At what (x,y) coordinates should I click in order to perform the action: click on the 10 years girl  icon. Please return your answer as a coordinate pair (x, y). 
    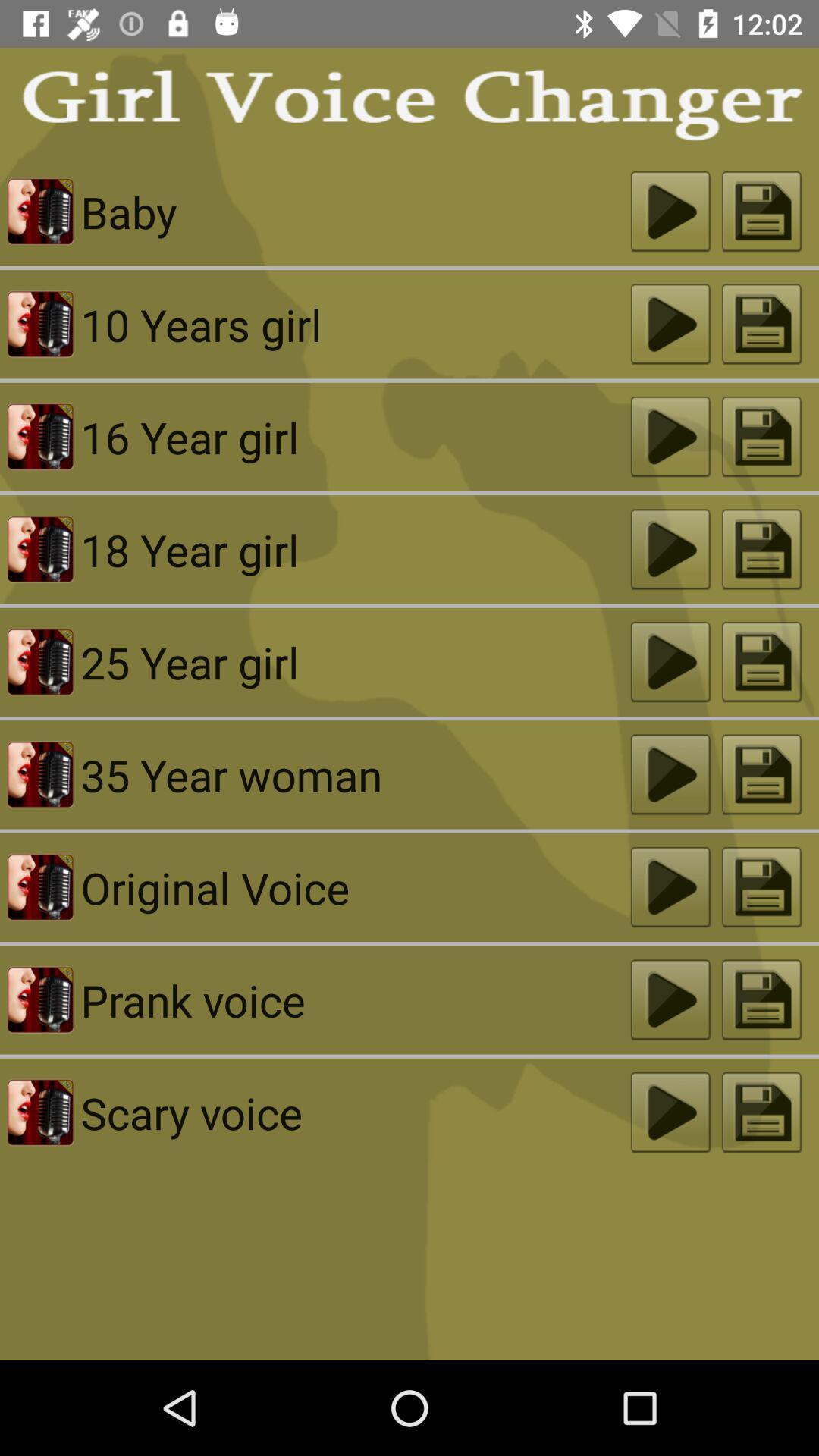
    Looking at the image, I should click on (356, 323).